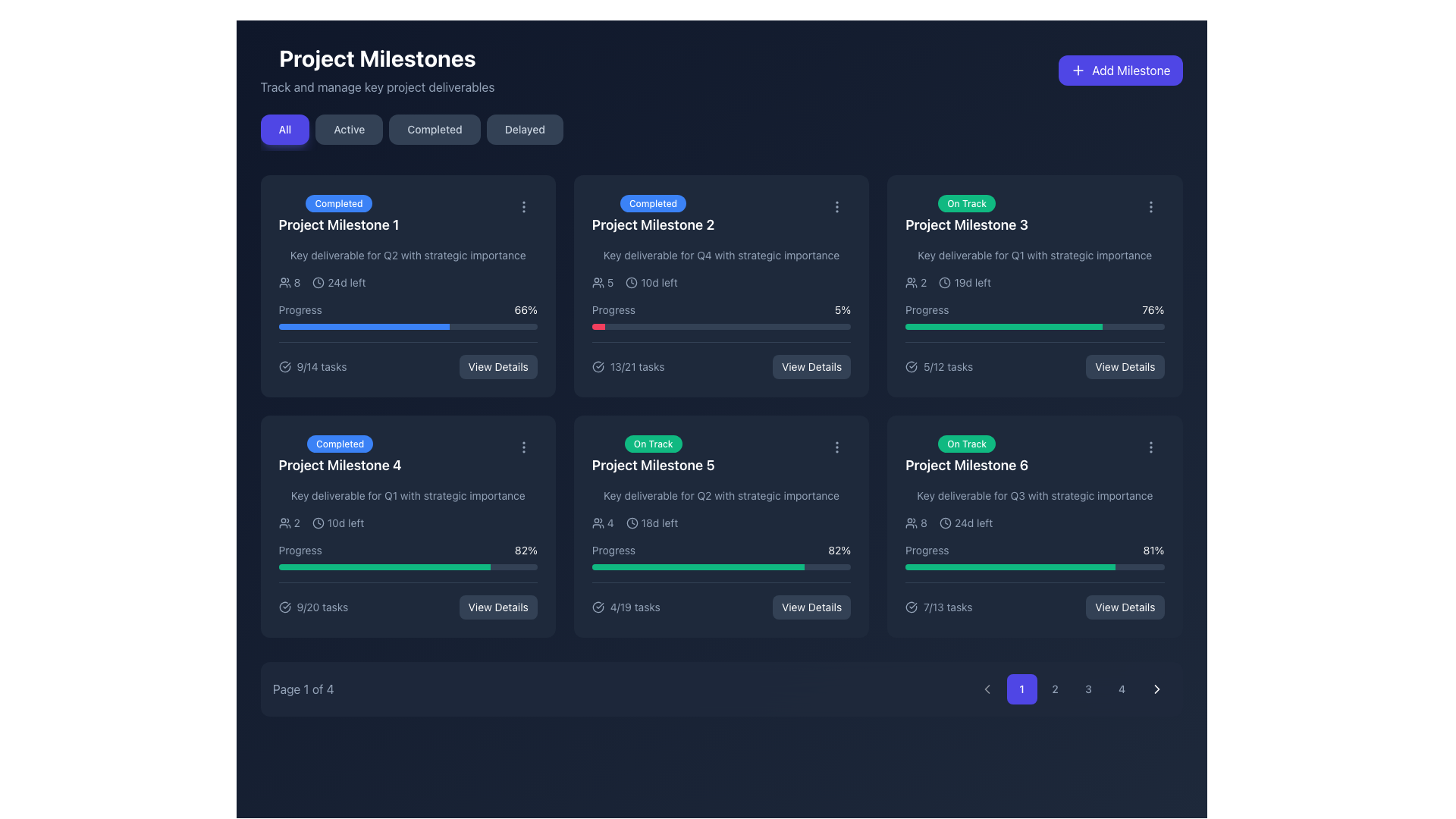  Describe the element at coordinates (987, 689) in the screenshot. I see `the left-pointing chevron arrow icon located above the '1' pagination button` at that location.